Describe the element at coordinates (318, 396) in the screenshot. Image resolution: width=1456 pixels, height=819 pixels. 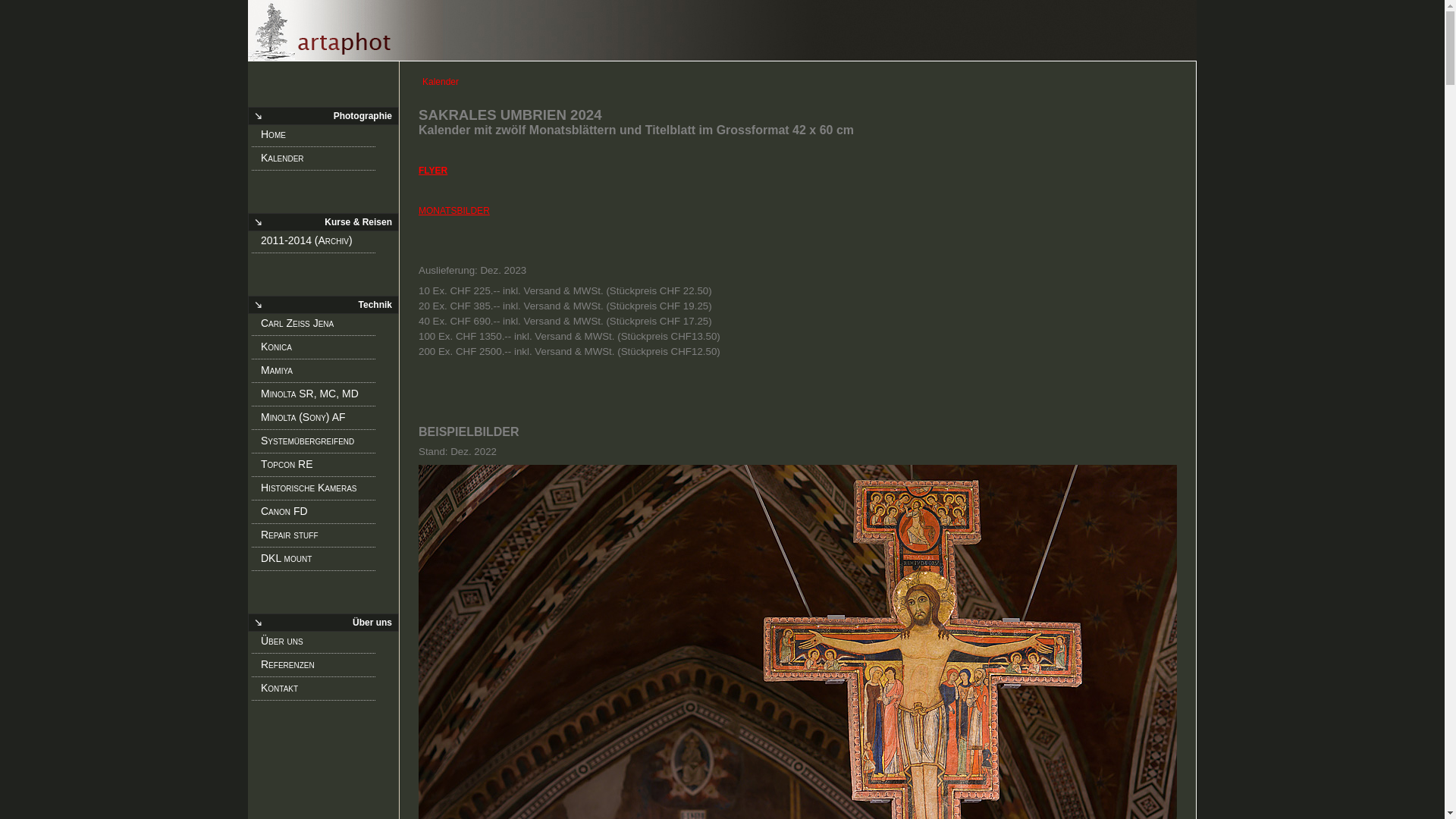
I see `'Minolta SR, MC, MD'` at that location.